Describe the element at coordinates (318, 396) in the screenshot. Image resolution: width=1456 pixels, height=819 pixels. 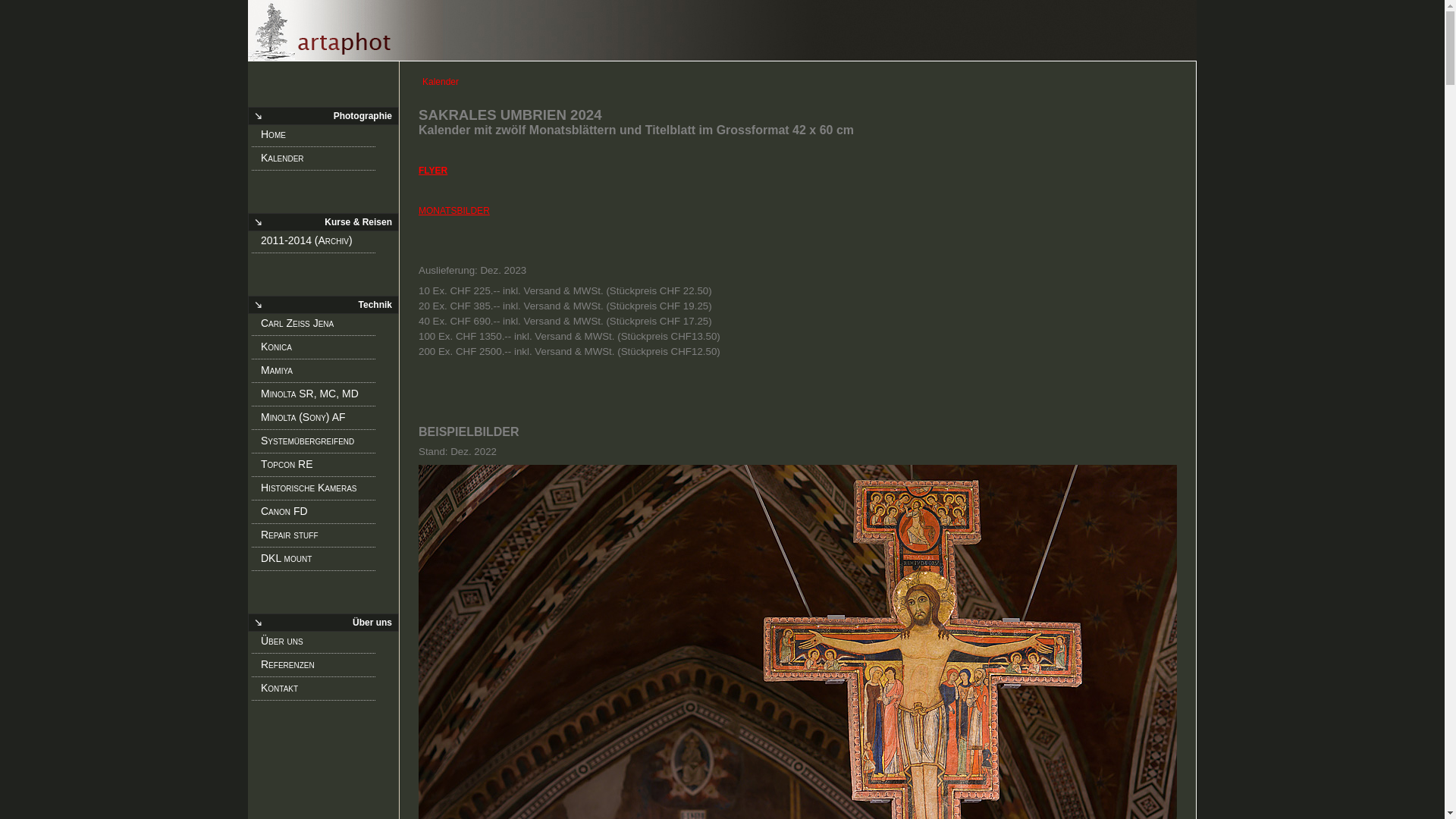
I see `'Minolta SR, MC, MD'` at that location.